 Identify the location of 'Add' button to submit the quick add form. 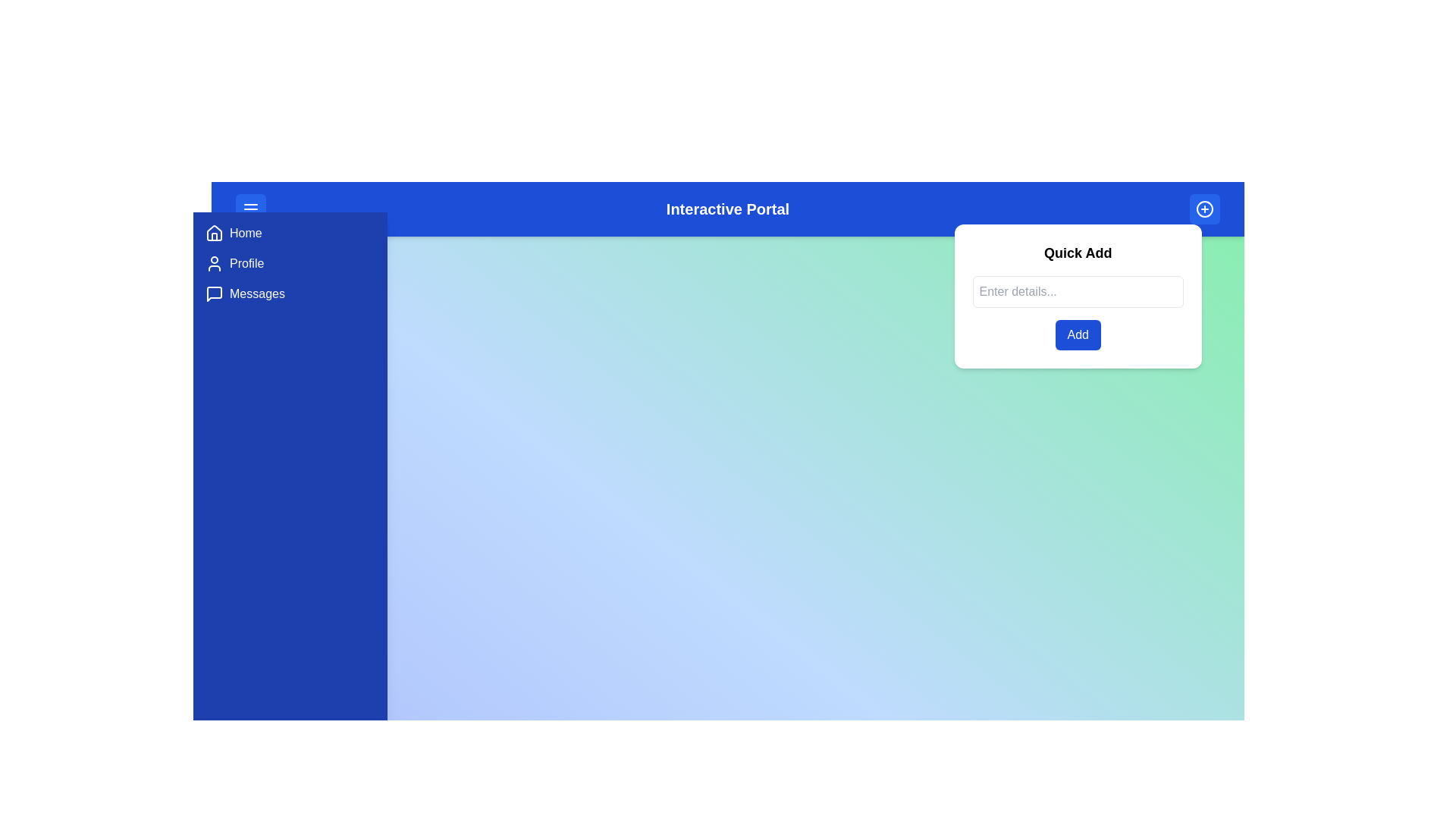
(1076, 334).